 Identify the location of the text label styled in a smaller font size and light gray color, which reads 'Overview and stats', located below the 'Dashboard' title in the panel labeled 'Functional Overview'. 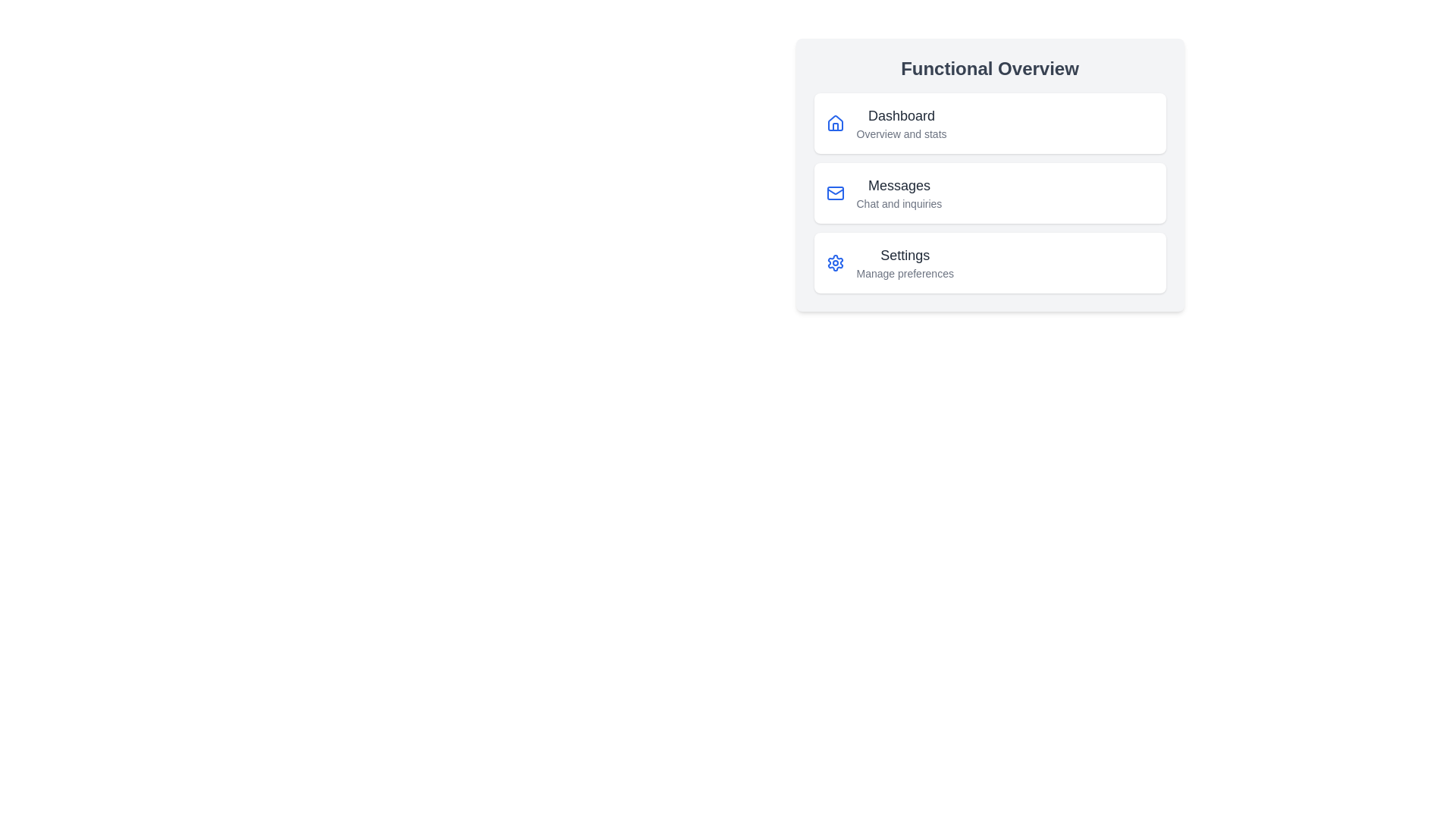
(902, 133).